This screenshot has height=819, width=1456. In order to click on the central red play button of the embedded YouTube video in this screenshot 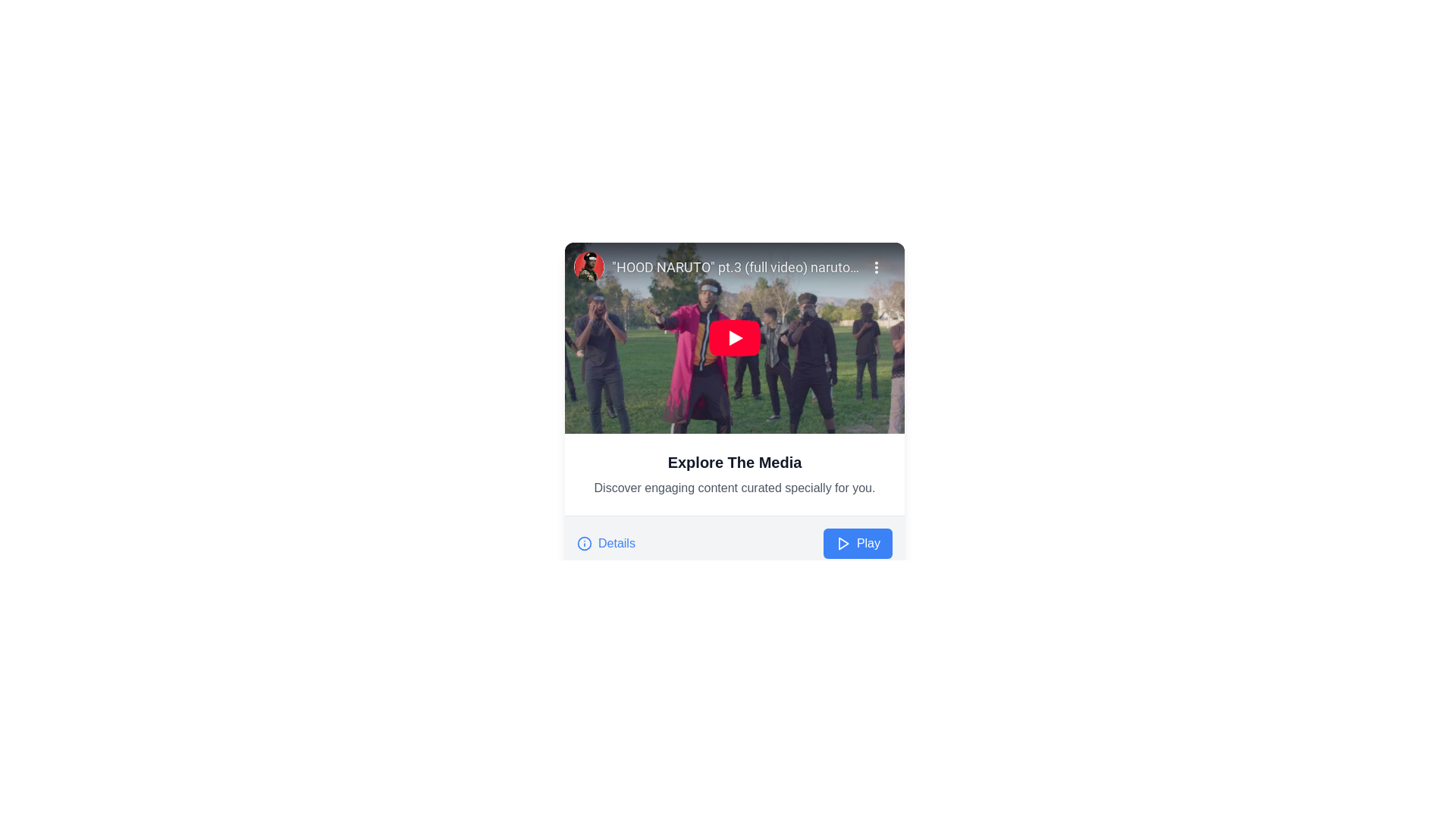, I will do `click(735, 337)`.